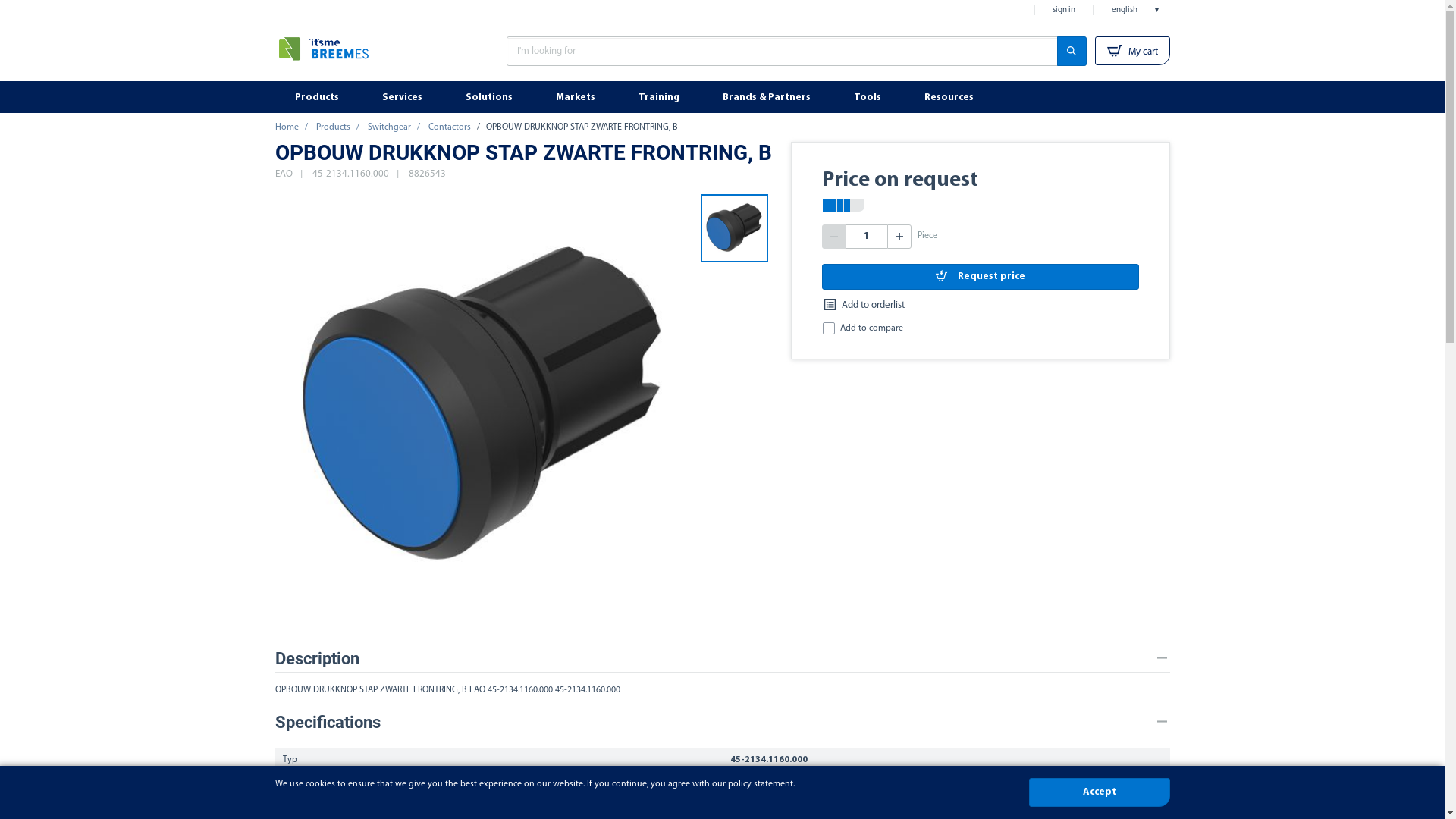 This screenshot has height=819, width=1456. Describe the element at coordinates (491, 96) in the screenshot. I see `'Solutions'` at that location.